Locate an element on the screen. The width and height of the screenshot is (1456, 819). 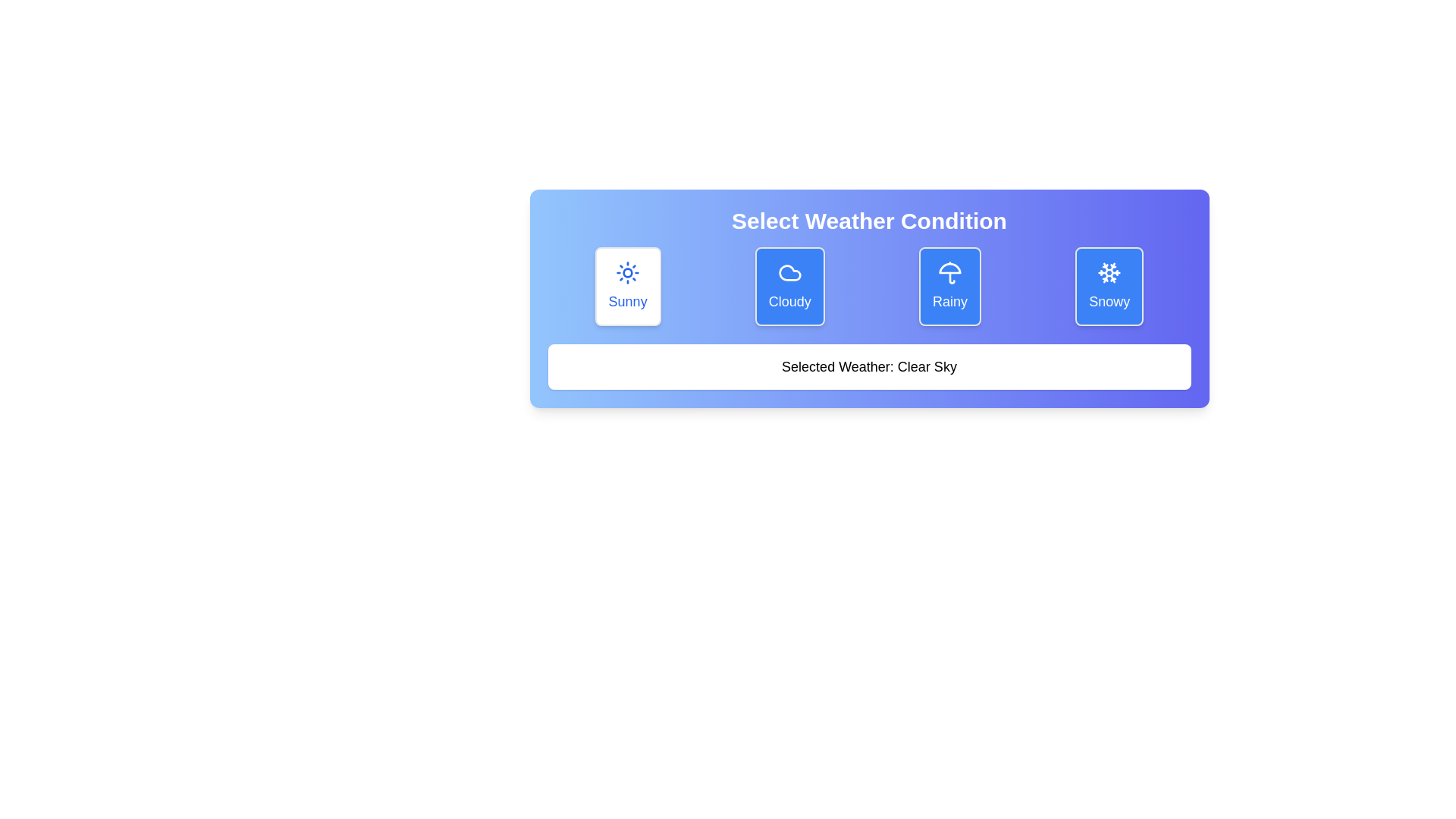
the 'Rainy' weather condition button, which is the third button in a horizontal list of weather buttons is located at coordinates (949, 287).